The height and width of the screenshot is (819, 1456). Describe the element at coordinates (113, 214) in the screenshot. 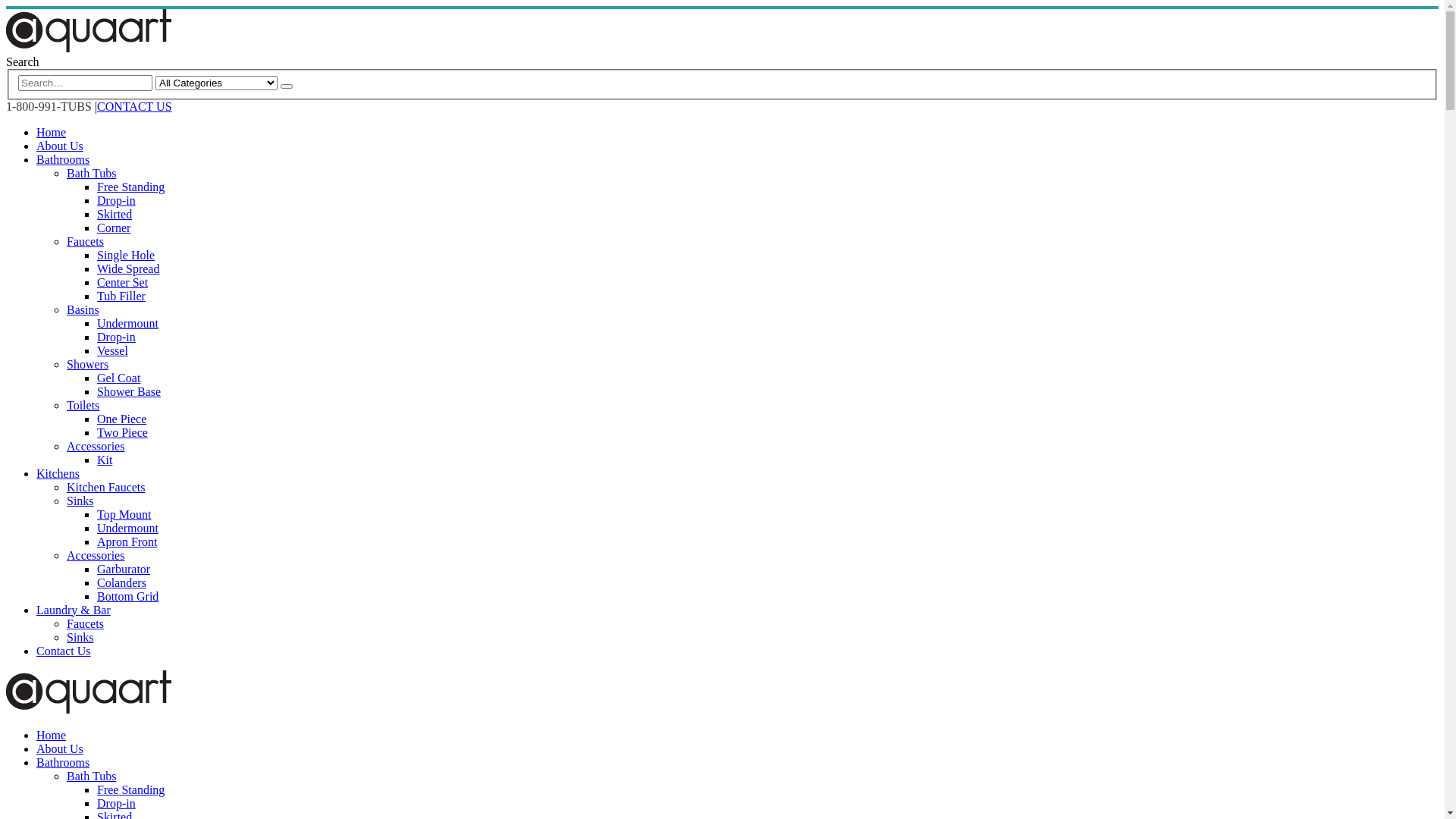

I see `'Skirted'` at that location.